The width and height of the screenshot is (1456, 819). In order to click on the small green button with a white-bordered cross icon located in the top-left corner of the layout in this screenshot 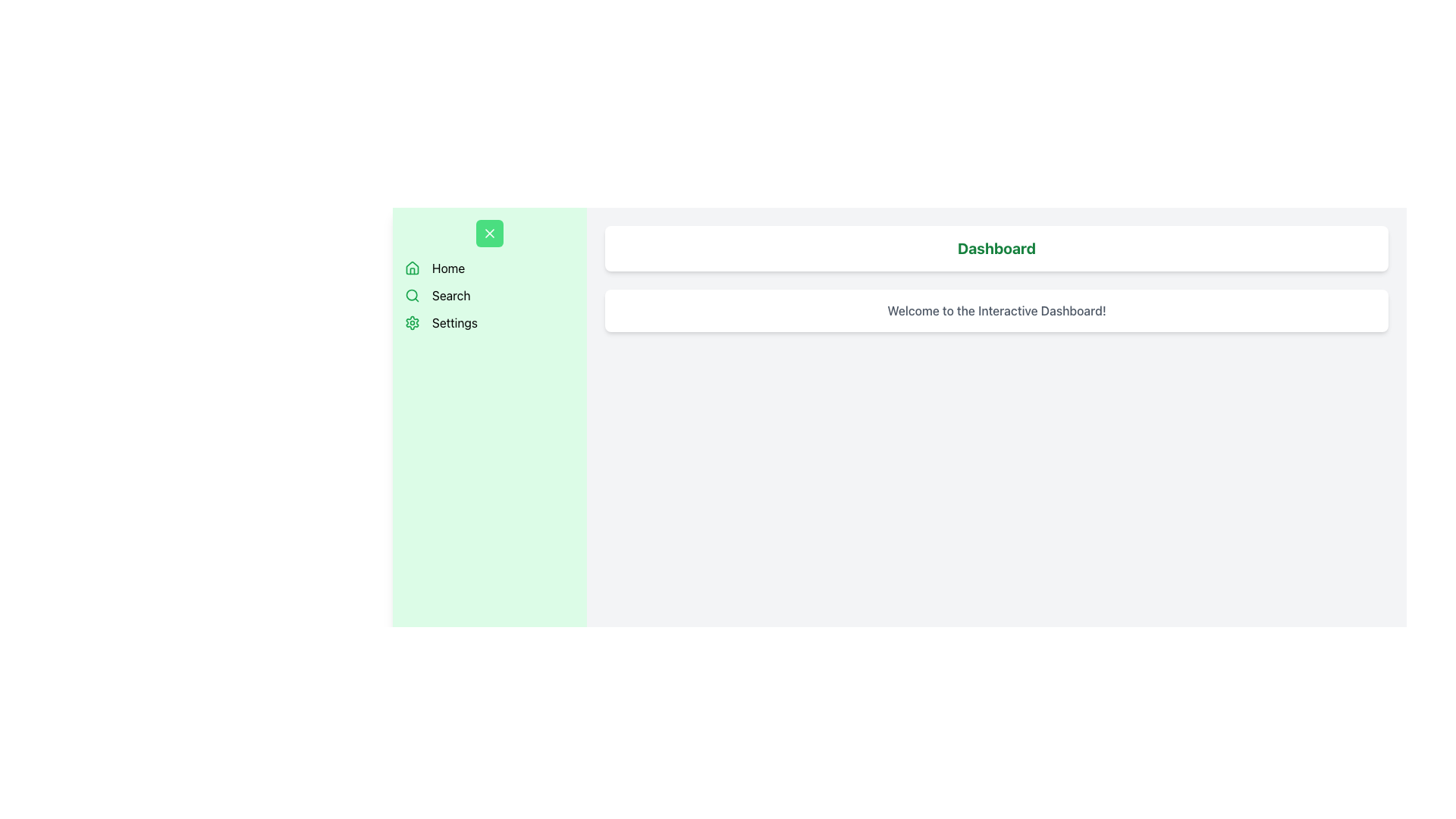, I will do `click(490, 234)`.